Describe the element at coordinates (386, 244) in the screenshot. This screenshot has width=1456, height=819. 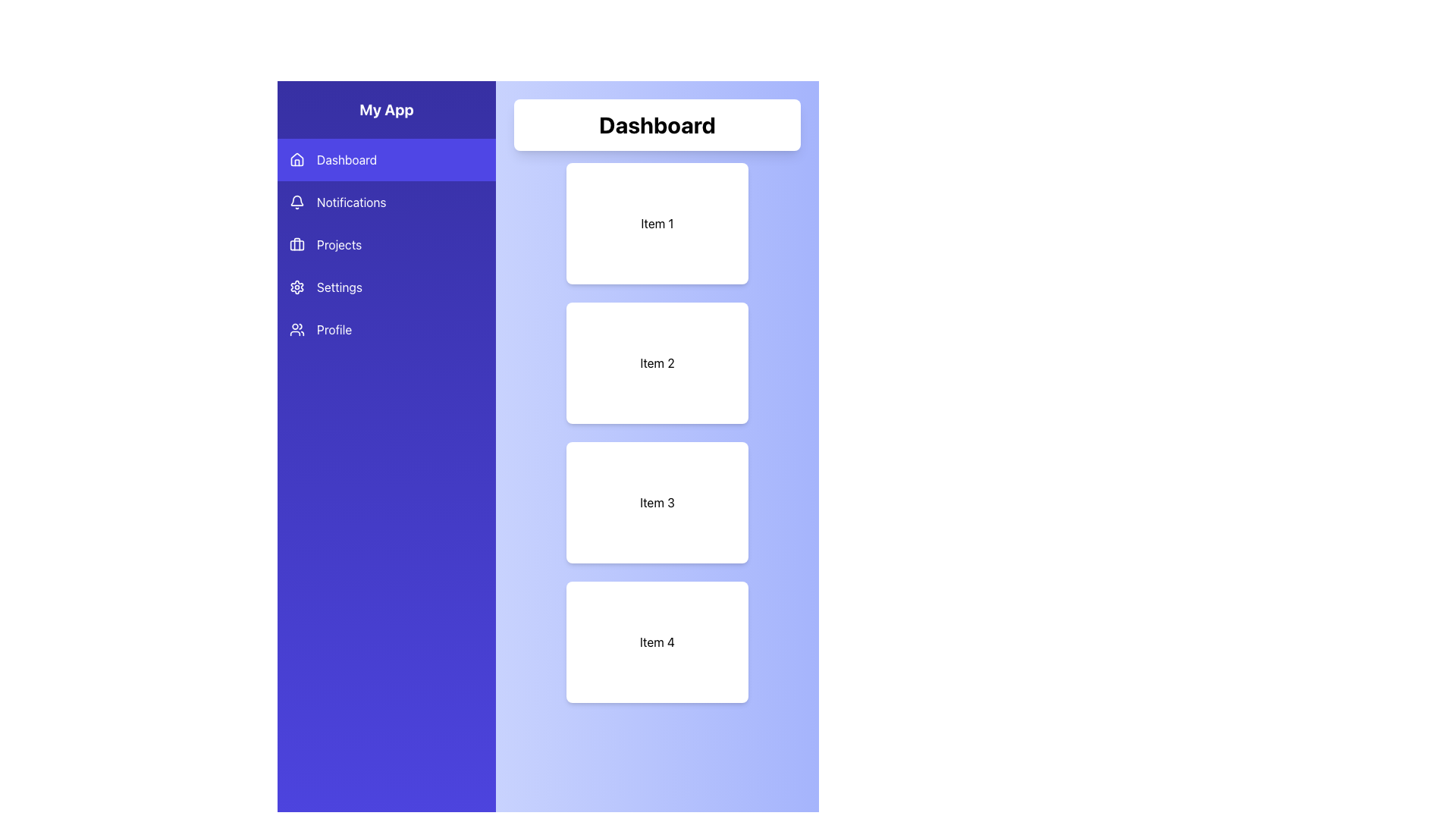
I see `the 'Projects' navigation link, which is the third item in the vertical sidebar` at that location.